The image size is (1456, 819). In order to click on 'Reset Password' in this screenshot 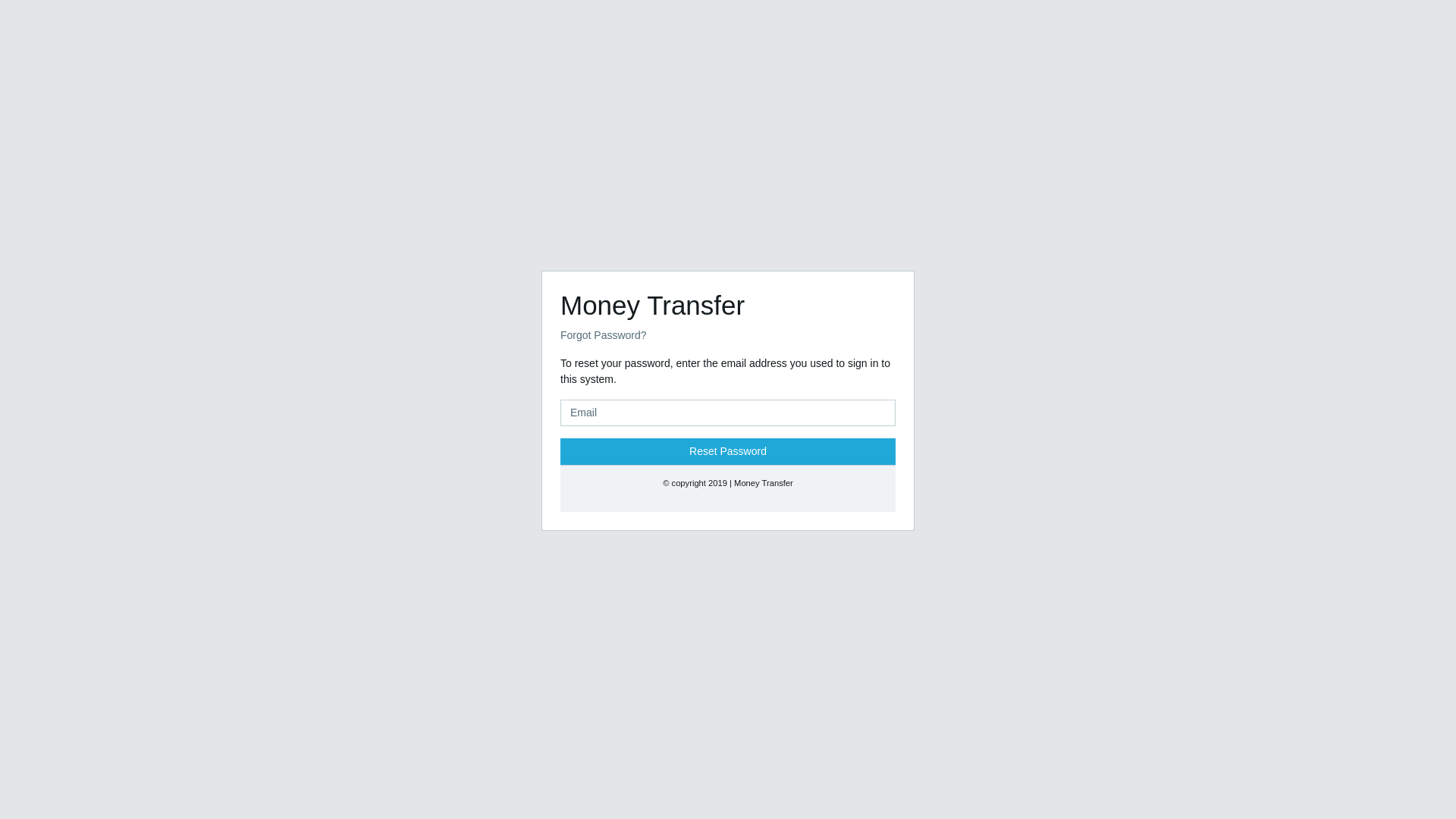, I will do `click(728, 450)`.